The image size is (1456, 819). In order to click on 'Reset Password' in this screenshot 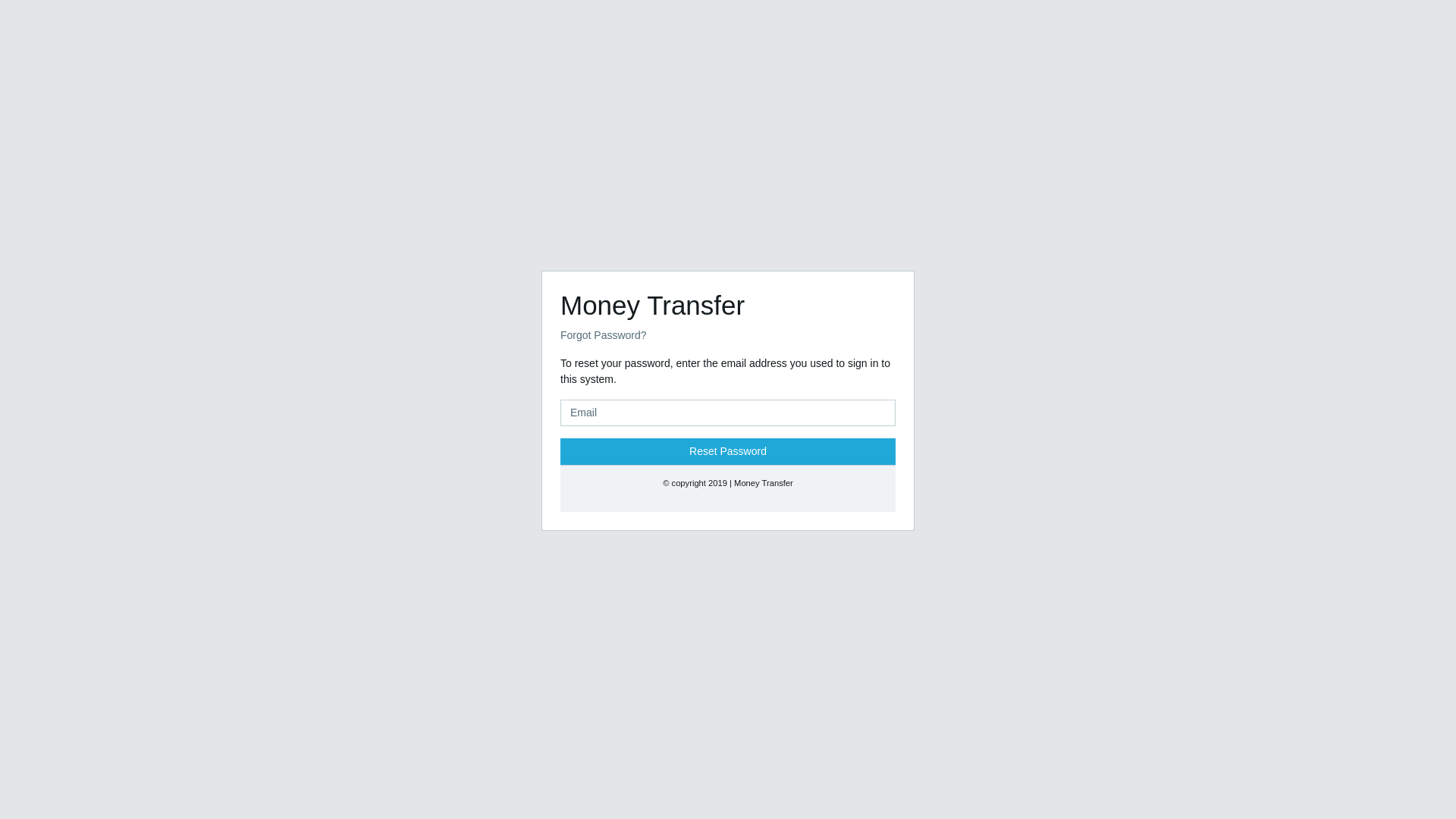, I will do `click(728, 450)`.